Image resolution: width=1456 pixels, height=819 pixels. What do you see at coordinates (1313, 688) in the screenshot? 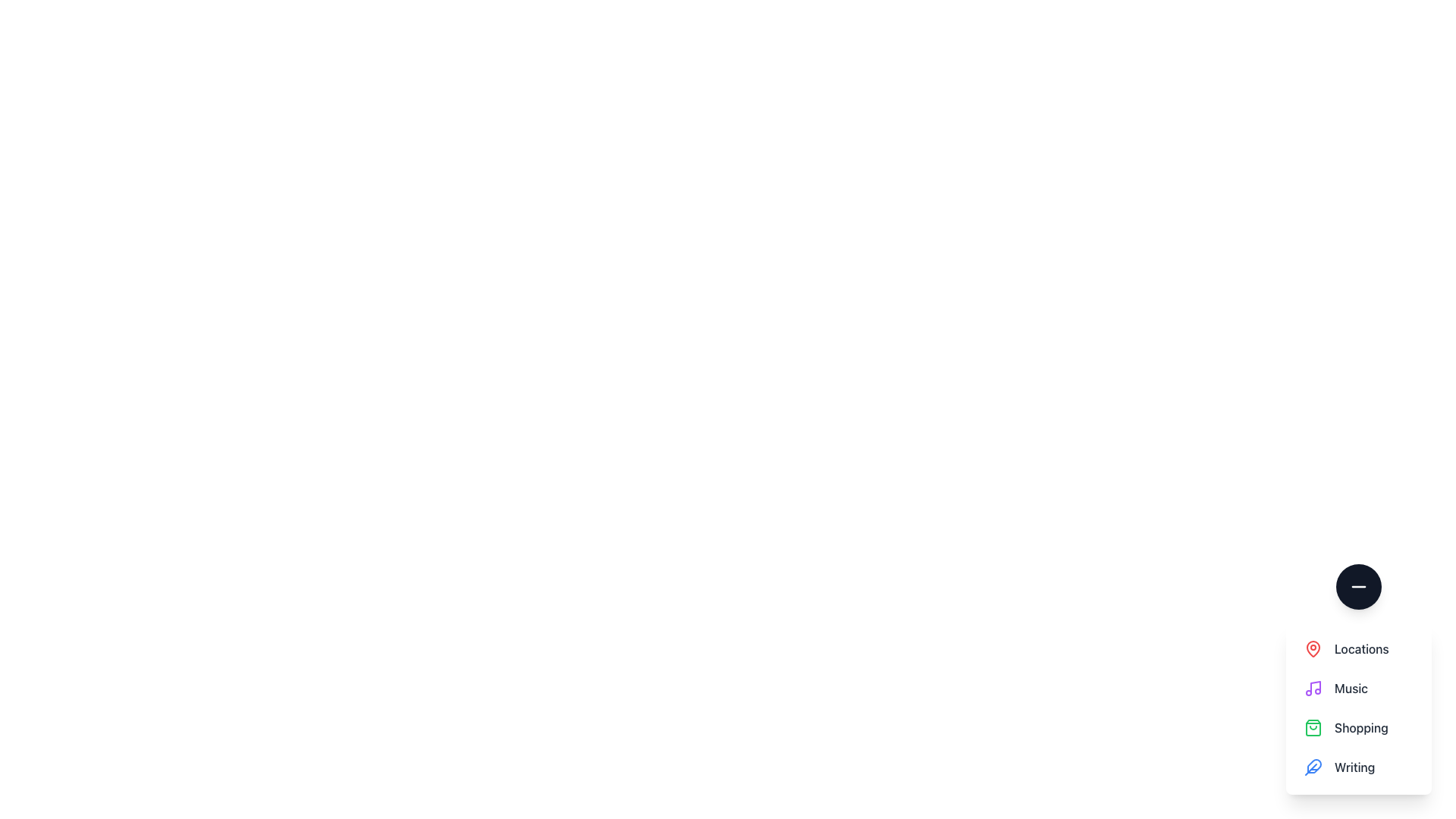
I see `the music note icon, which is a bright purple icon located in the second entry of the menu list, next to the 'Music' label` at bounding box center [1313, 688].